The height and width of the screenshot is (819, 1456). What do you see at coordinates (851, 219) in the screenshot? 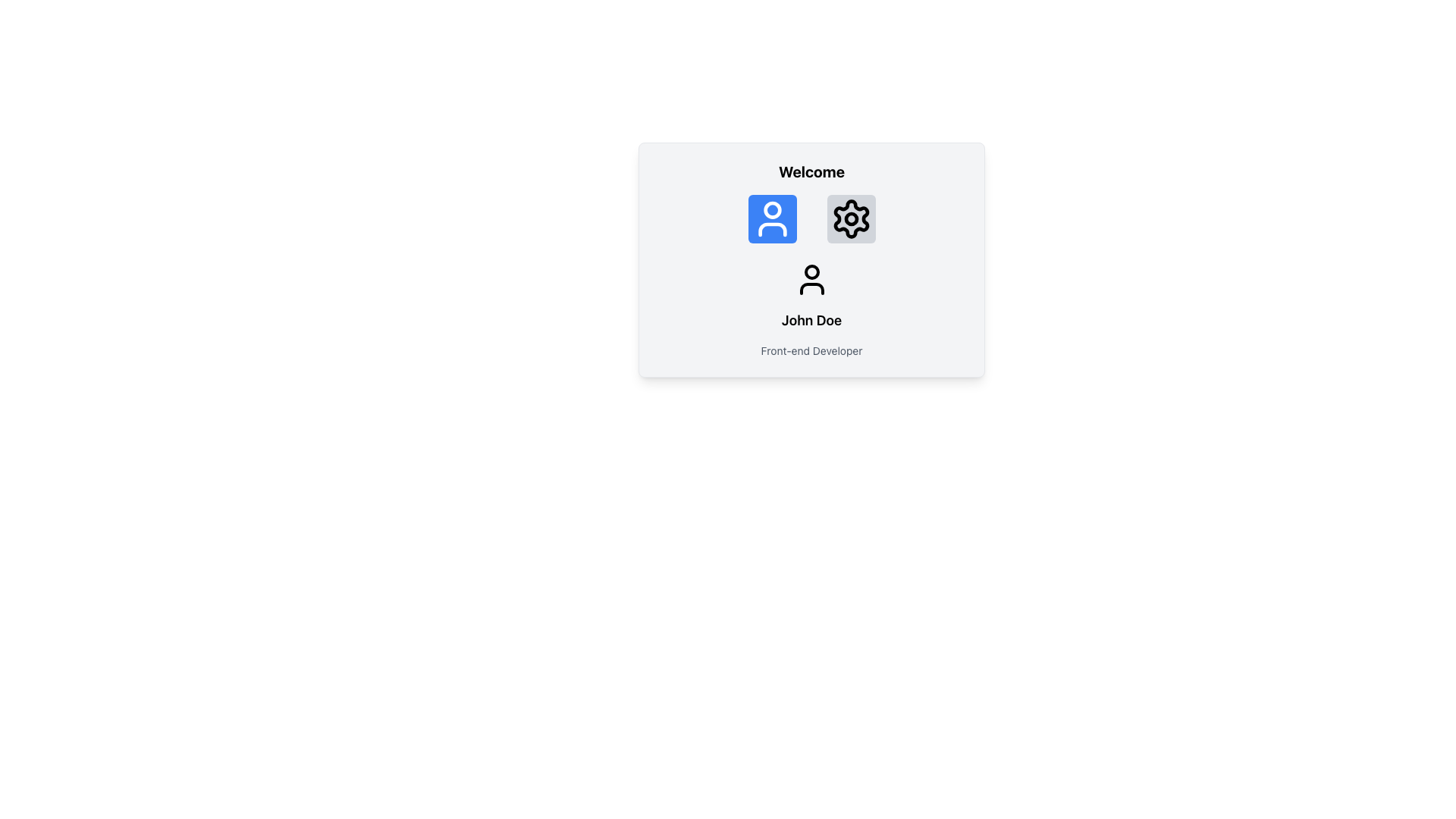
I see `the gear icon located in the top-center of the card` at bounding box center [851, 219].